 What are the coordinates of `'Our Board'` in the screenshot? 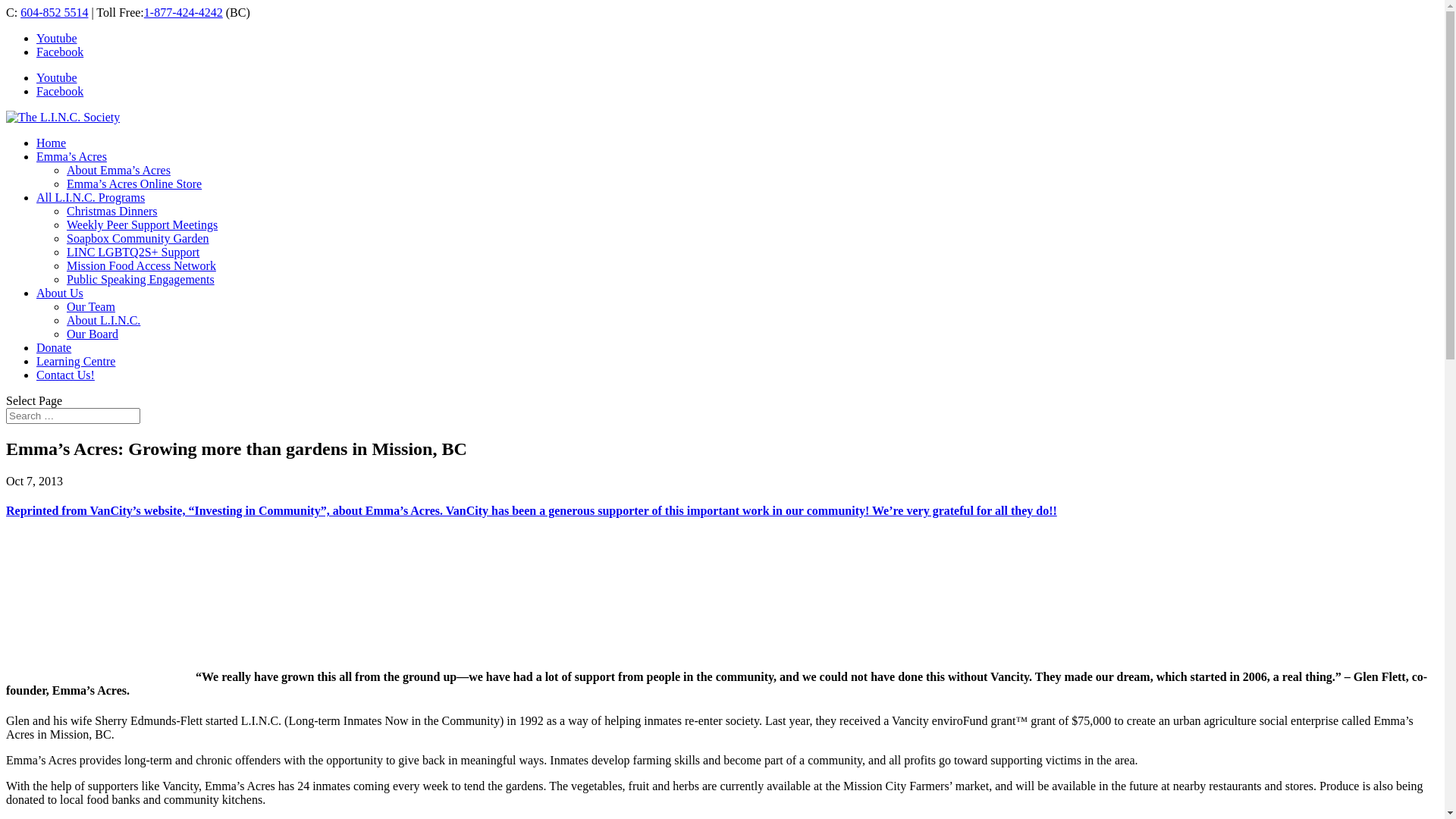 It's located at (65, 333).